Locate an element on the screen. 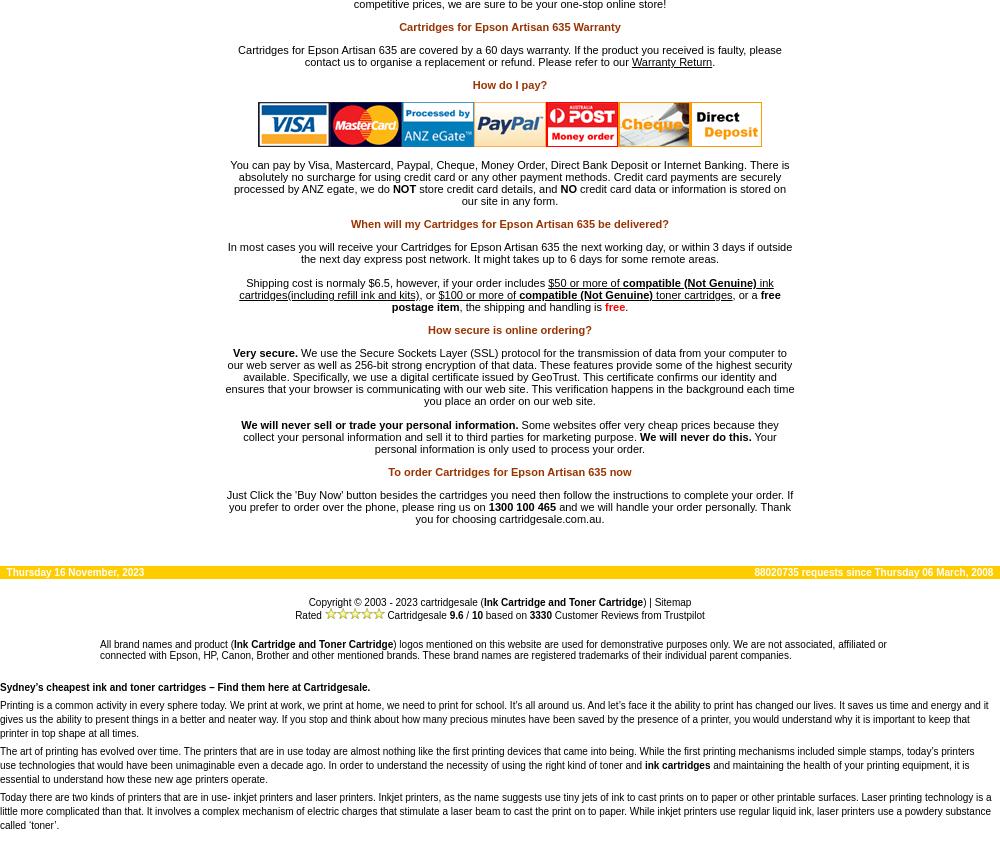 The width and height of the screenshot is (1000, 863). 'Sydney’s cheapest ink and toner cartridges – Find them here at Cartridgesale.' is located at coordinates (185, 686).